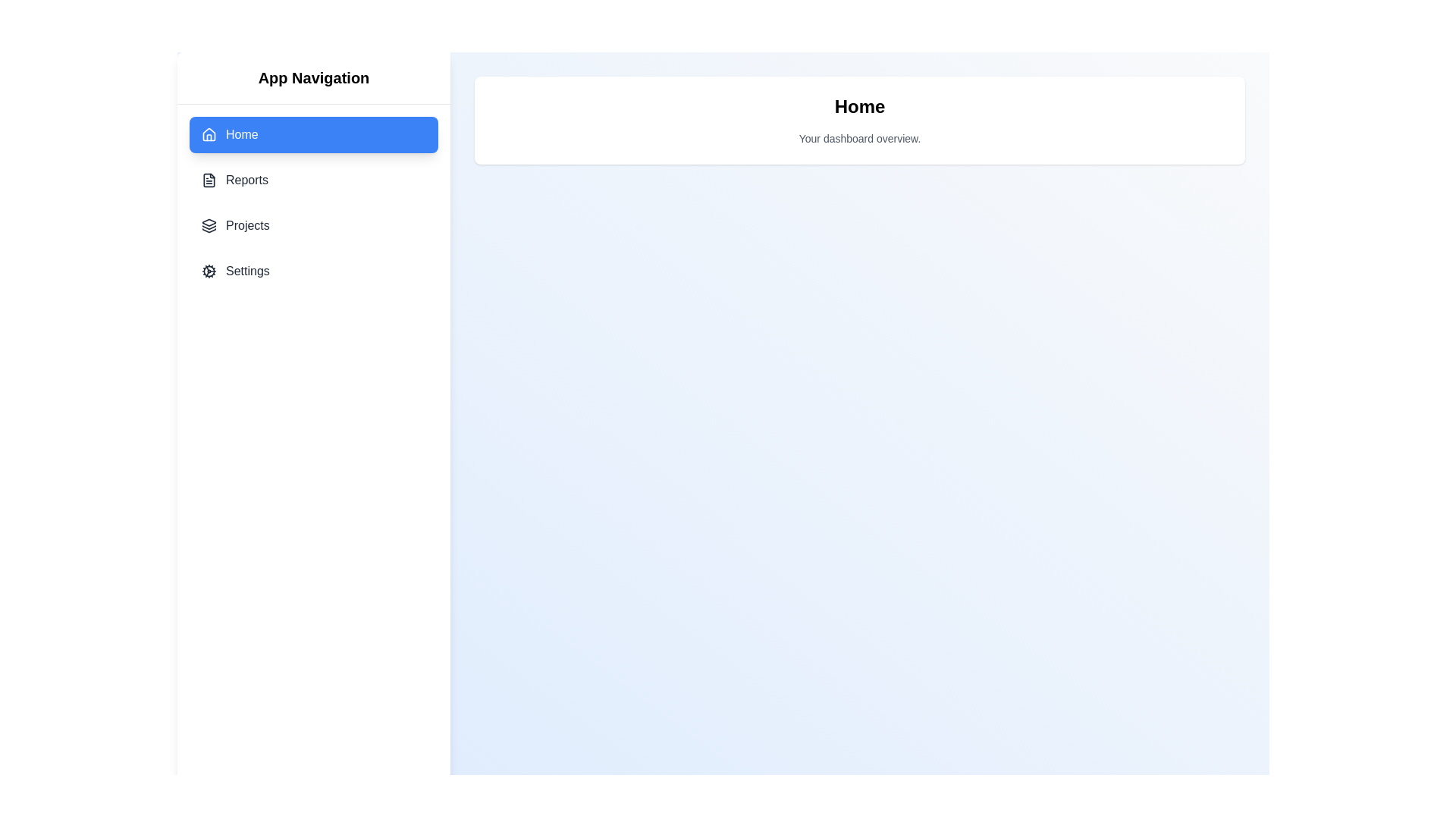 The image size is (1456, 819). I want to click on the menu item Projects from the dashboard menu, so click(312, 225).